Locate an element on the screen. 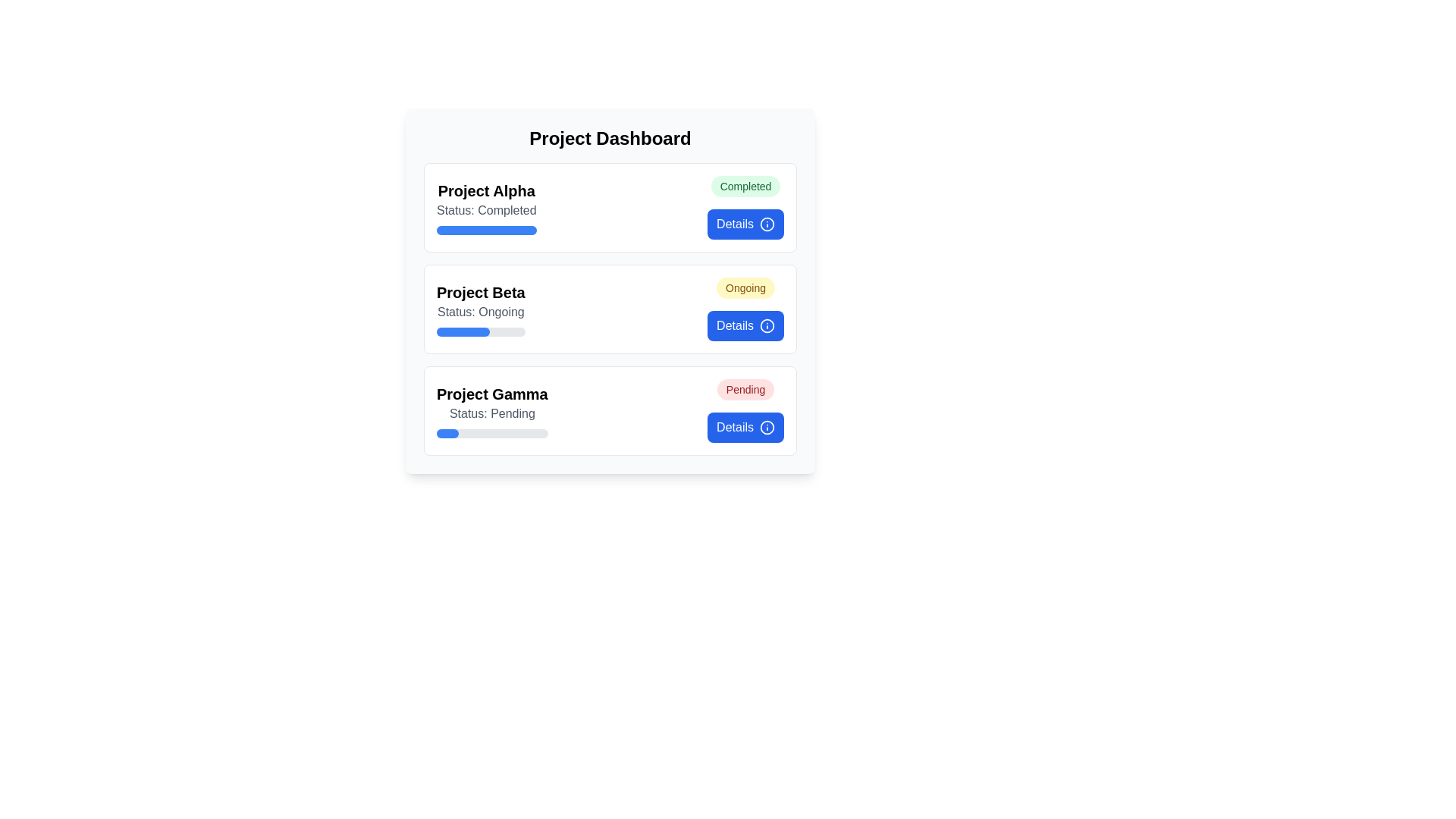 The image size is (1456, 819). the 'Pending' tag or label with a red background that is located above the 'Details' button and to the left of the information icon in the 'Project Gamma' section of the project dashboard is located at coordinates (745, 388).